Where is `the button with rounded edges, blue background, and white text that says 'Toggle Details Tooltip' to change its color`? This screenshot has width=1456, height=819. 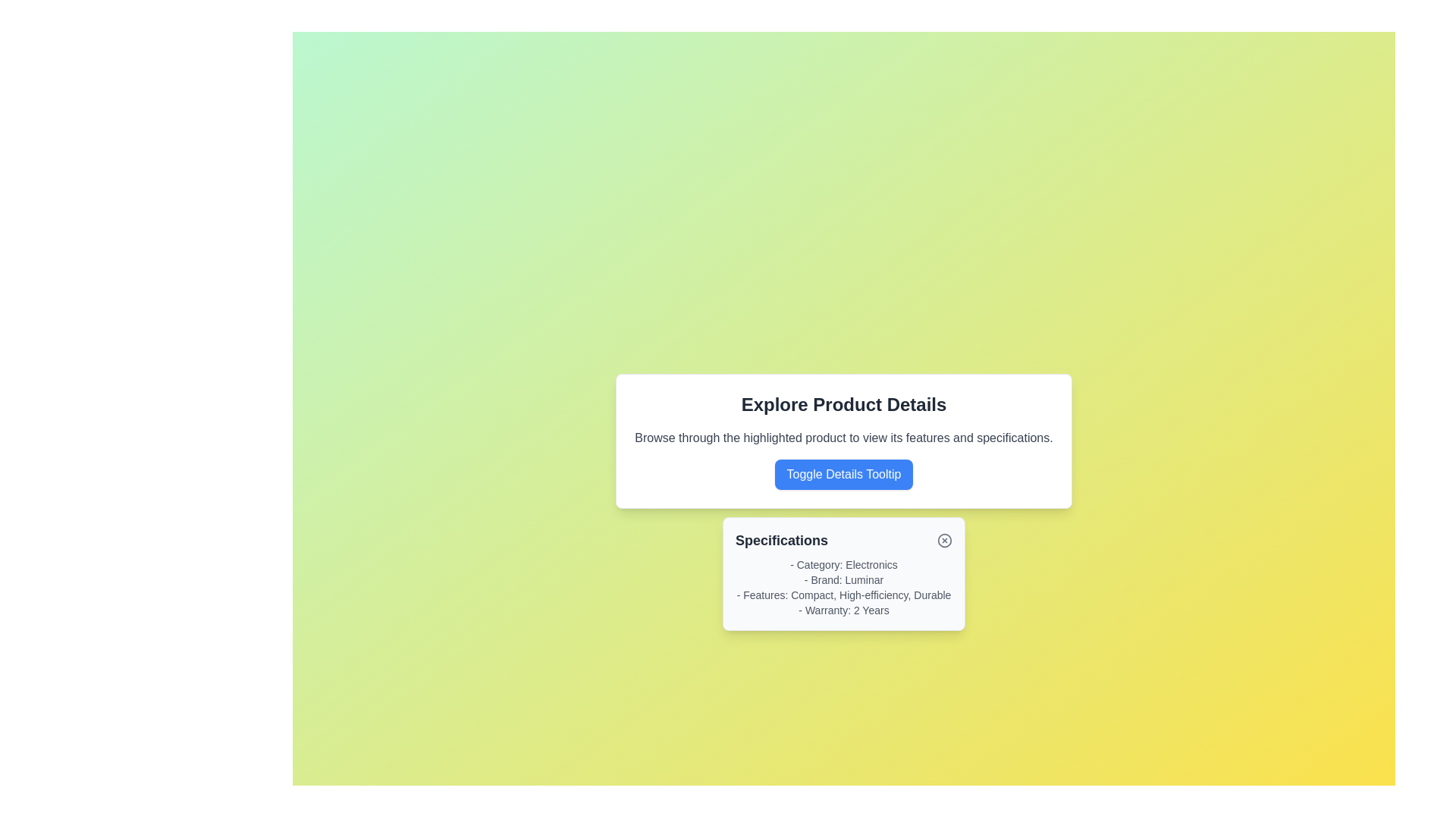 the button with rounded edges, blue background, and white text that says 'Toggle Details Tooltip' to change its color is located at coordinates (843, 473).